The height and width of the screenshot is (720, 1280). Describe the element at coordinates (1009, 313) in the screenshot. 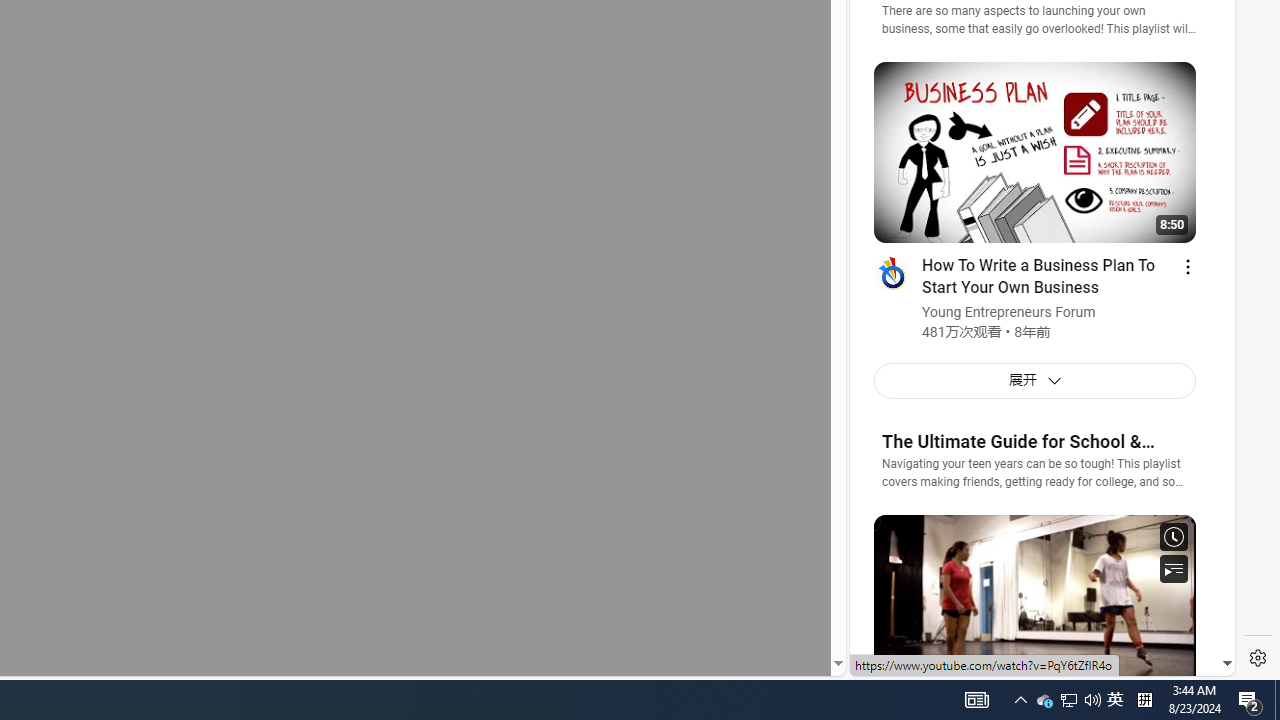

I see `'Young Entrepreneurs Forum'` at that location.